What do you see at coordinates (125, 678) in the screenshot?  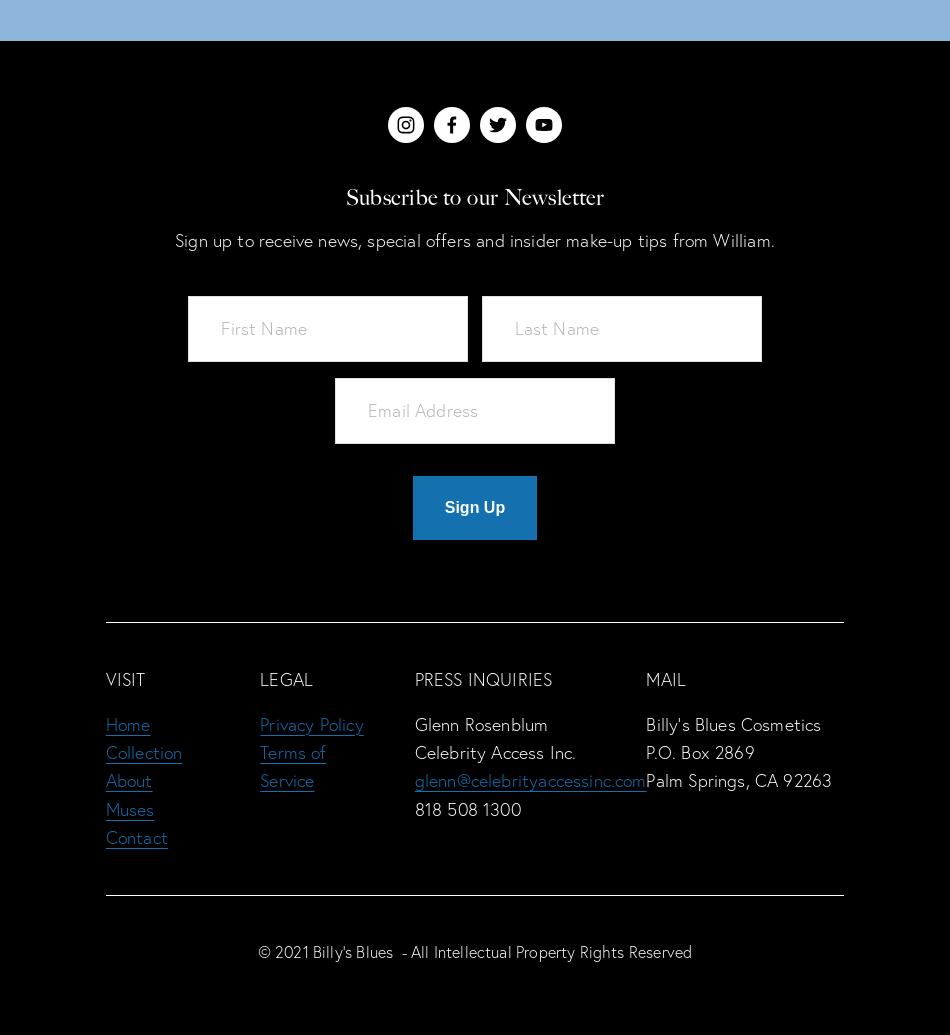 I see `'VISIT'` at bounding box center [125, 678].